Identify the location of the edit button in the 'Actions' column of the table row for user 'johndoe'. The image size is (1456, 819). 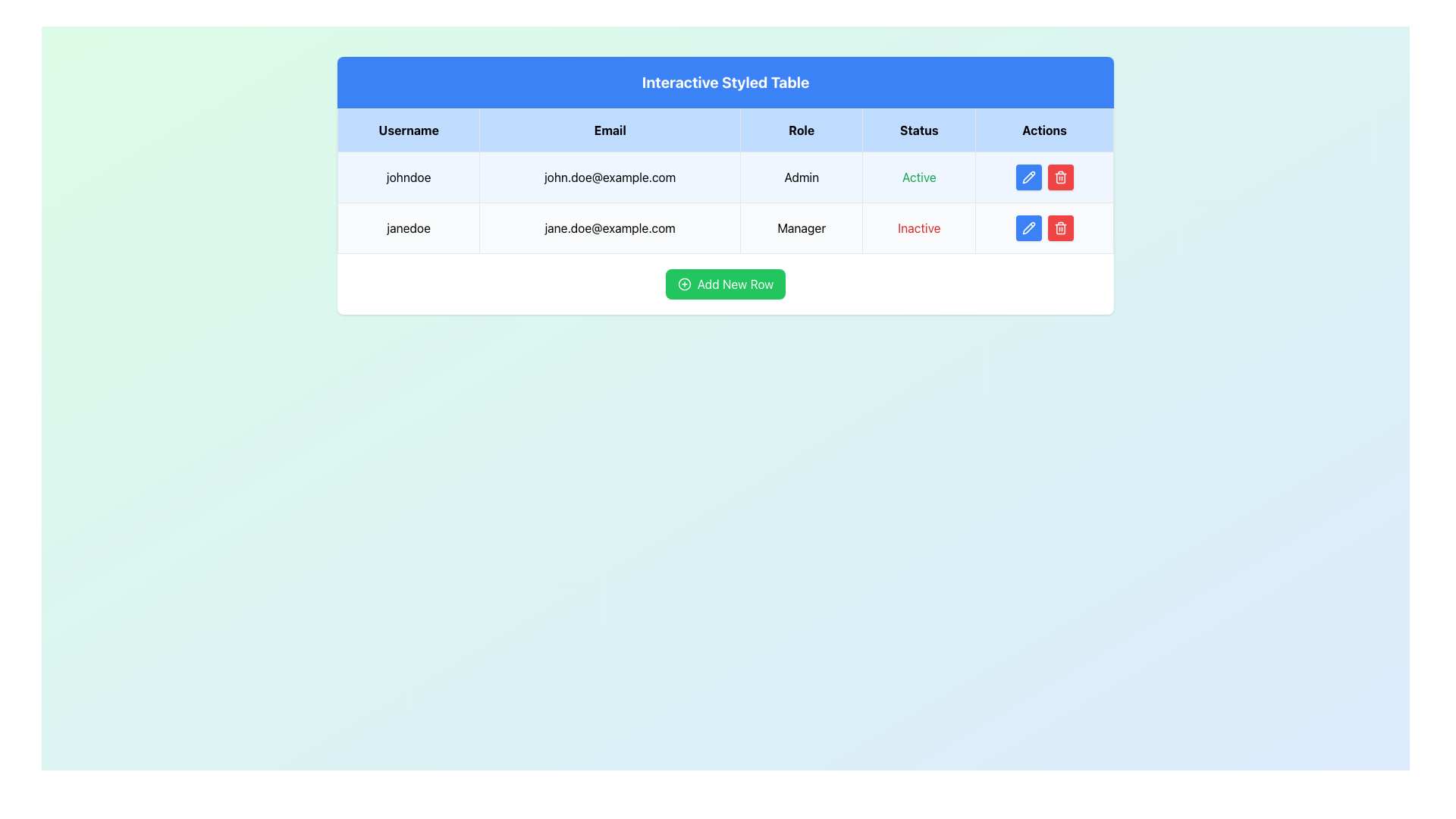
(1028, 177).